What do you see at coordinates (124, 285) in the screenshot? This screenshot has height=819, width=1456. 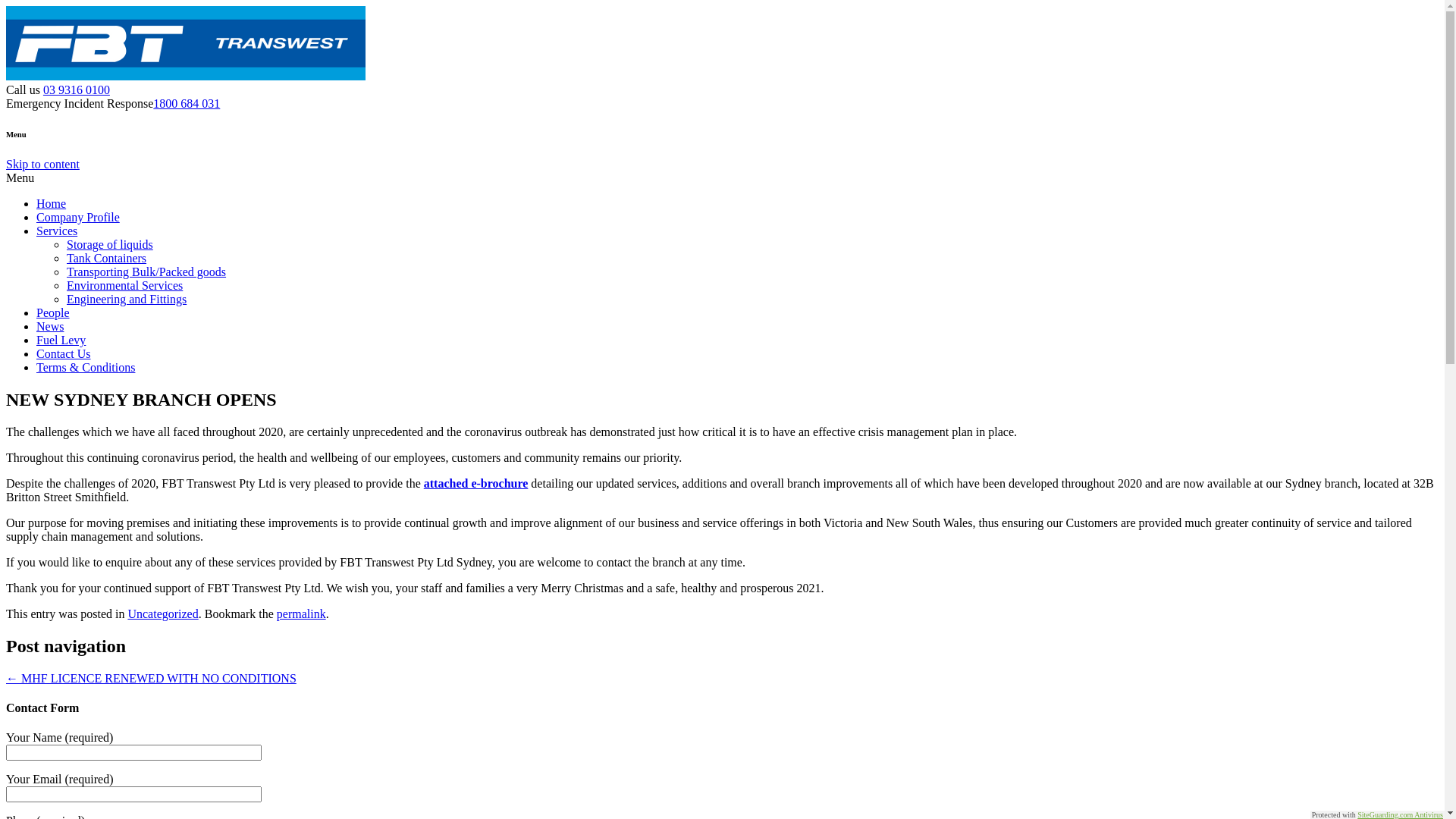 I see `'Environmental Services'` at bounding box center [124, 285].